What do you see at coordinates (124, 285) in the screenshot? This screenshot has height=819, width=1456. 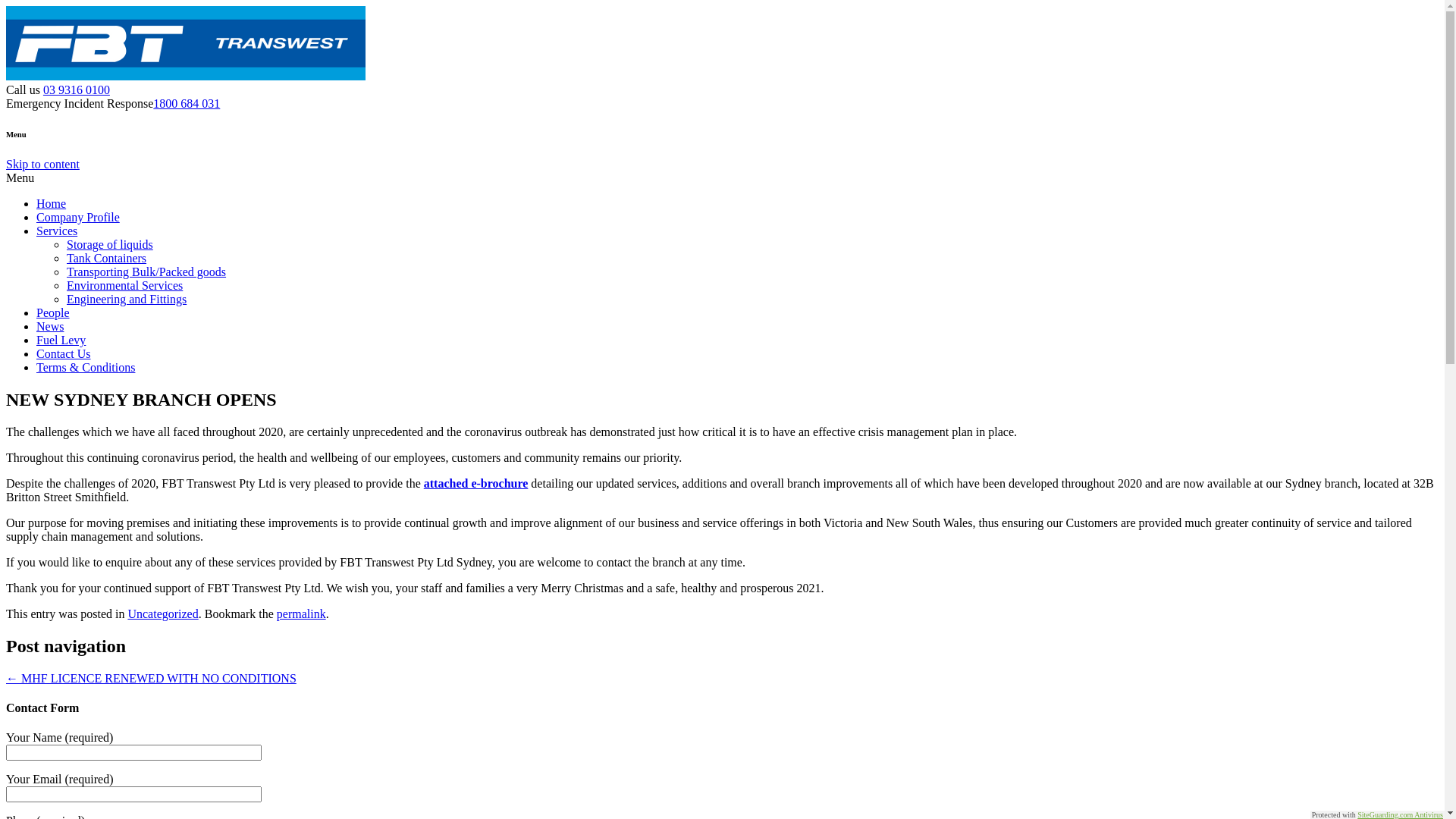 I see `'Environmental Services'` at bounding box center [124, 285].